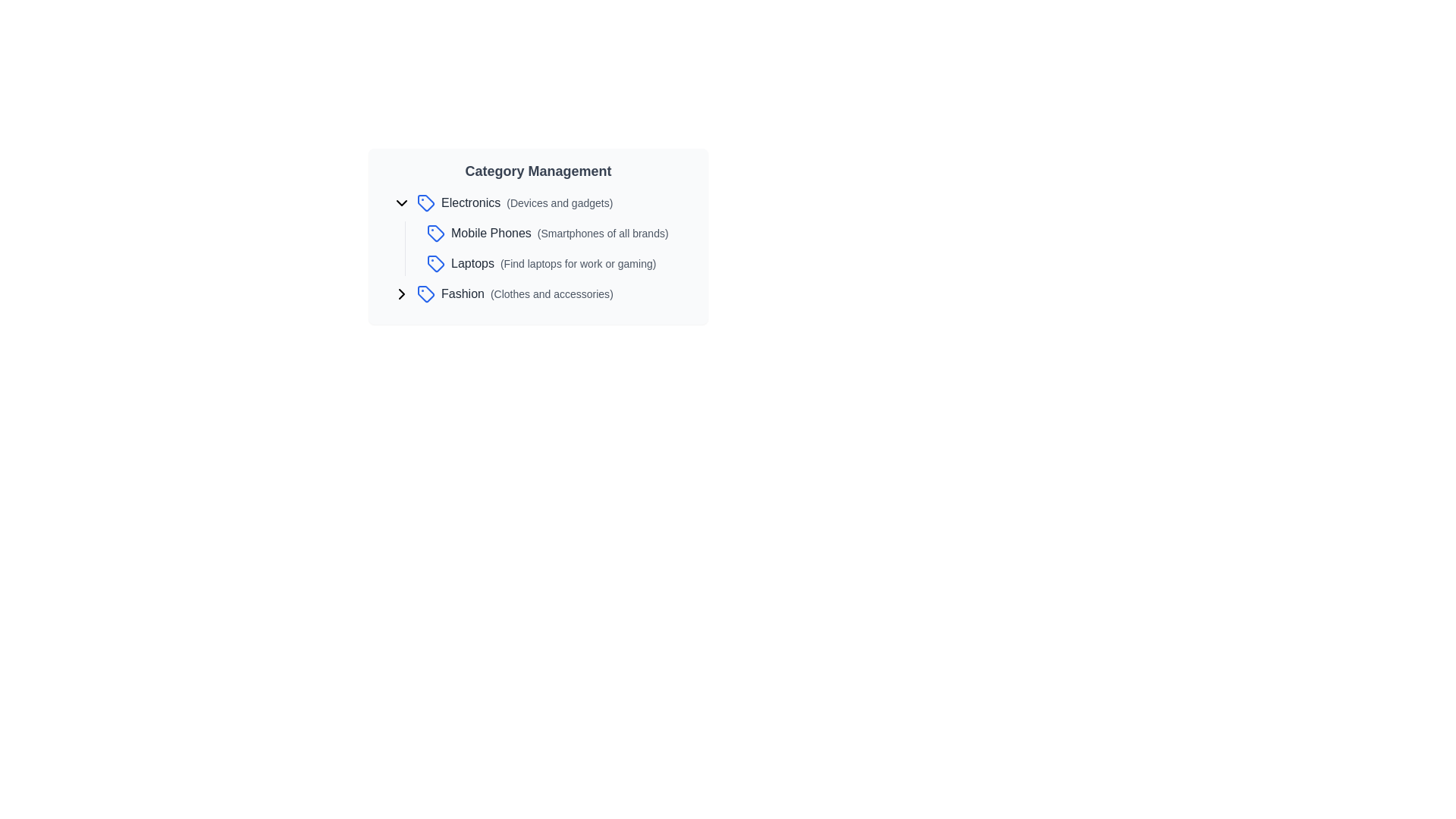 The image size is (1456, 819). Describe the element at coordinates (559, 234) in the screenshot. I see `the category label for mobile phones located in the 'Electronics' category under 'Category Management', which is the second line item in the list` at that location.